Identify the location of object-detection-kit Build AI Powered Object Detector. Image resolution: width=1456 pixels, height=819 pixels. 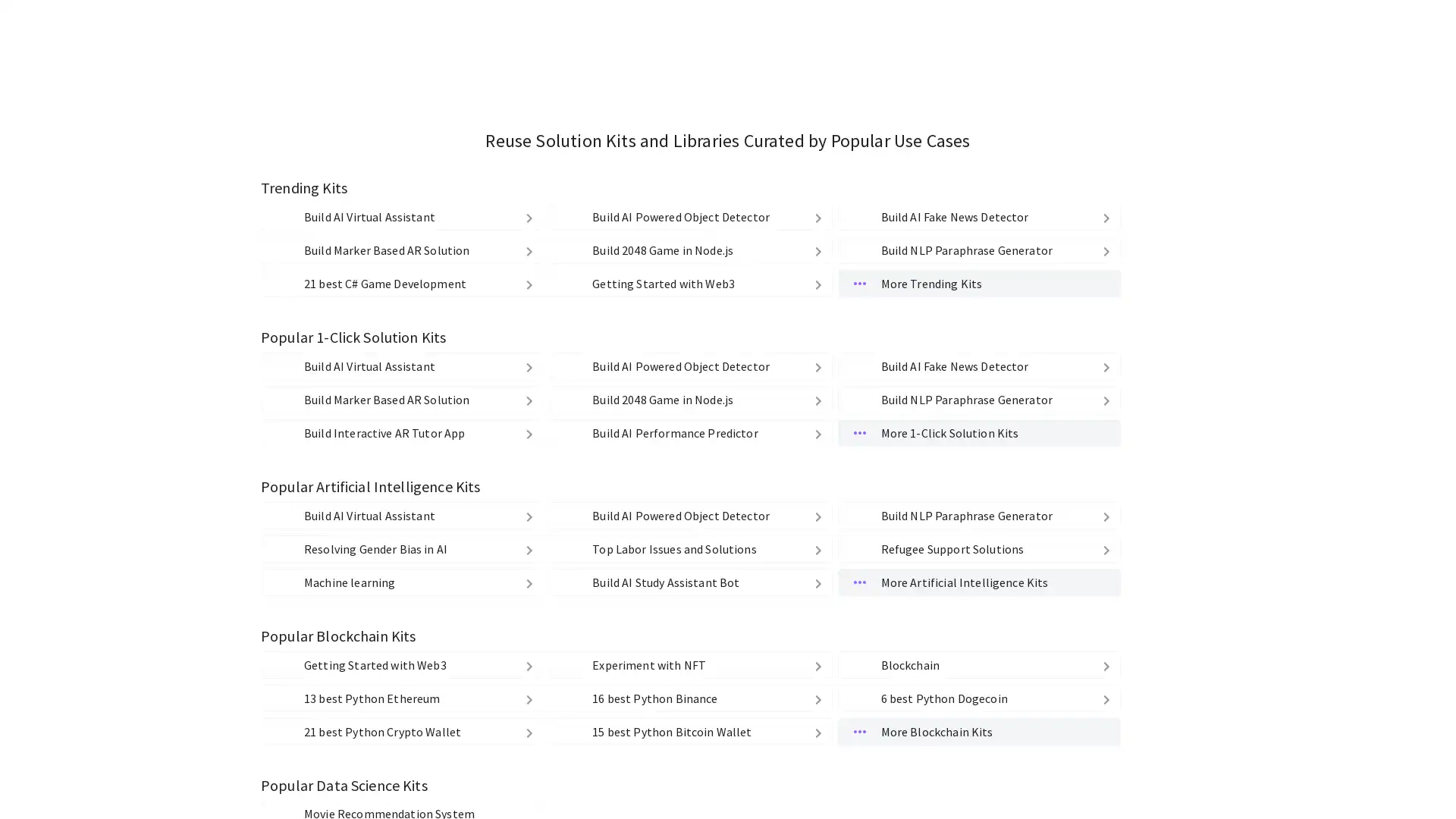
(689, 745).